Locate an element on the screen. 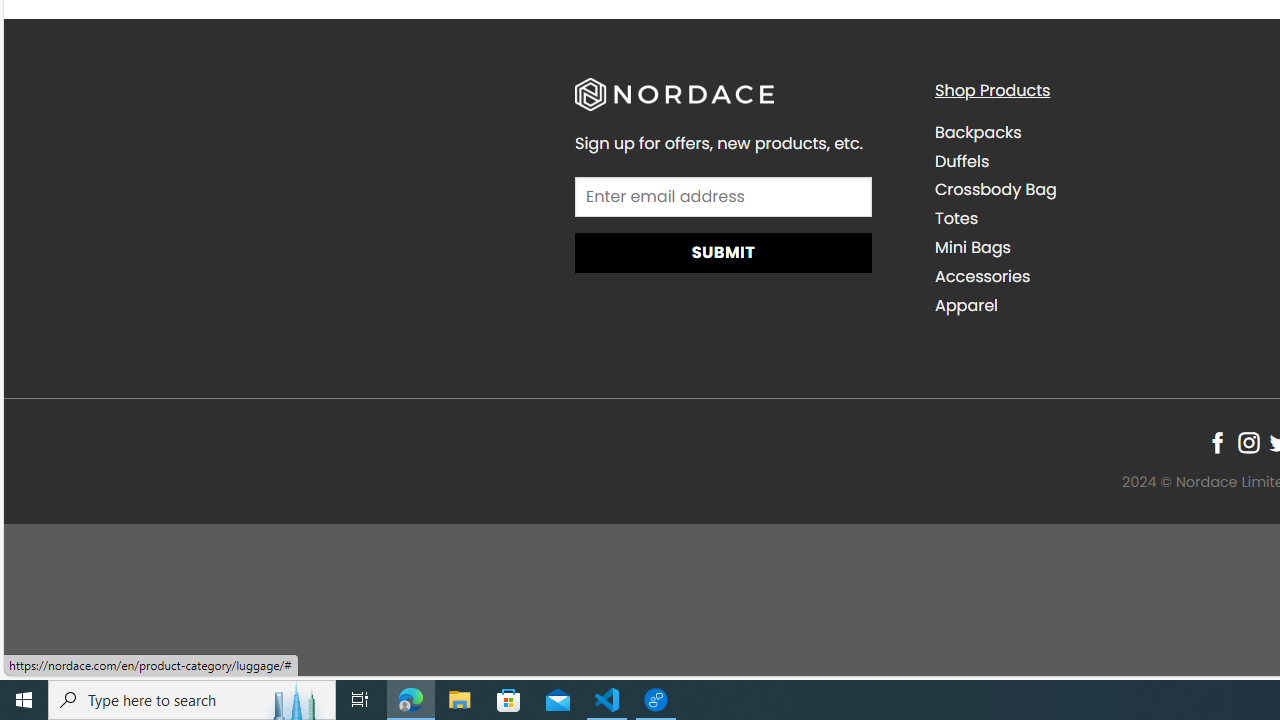  'Submit' is located at coordinates (722, 252).